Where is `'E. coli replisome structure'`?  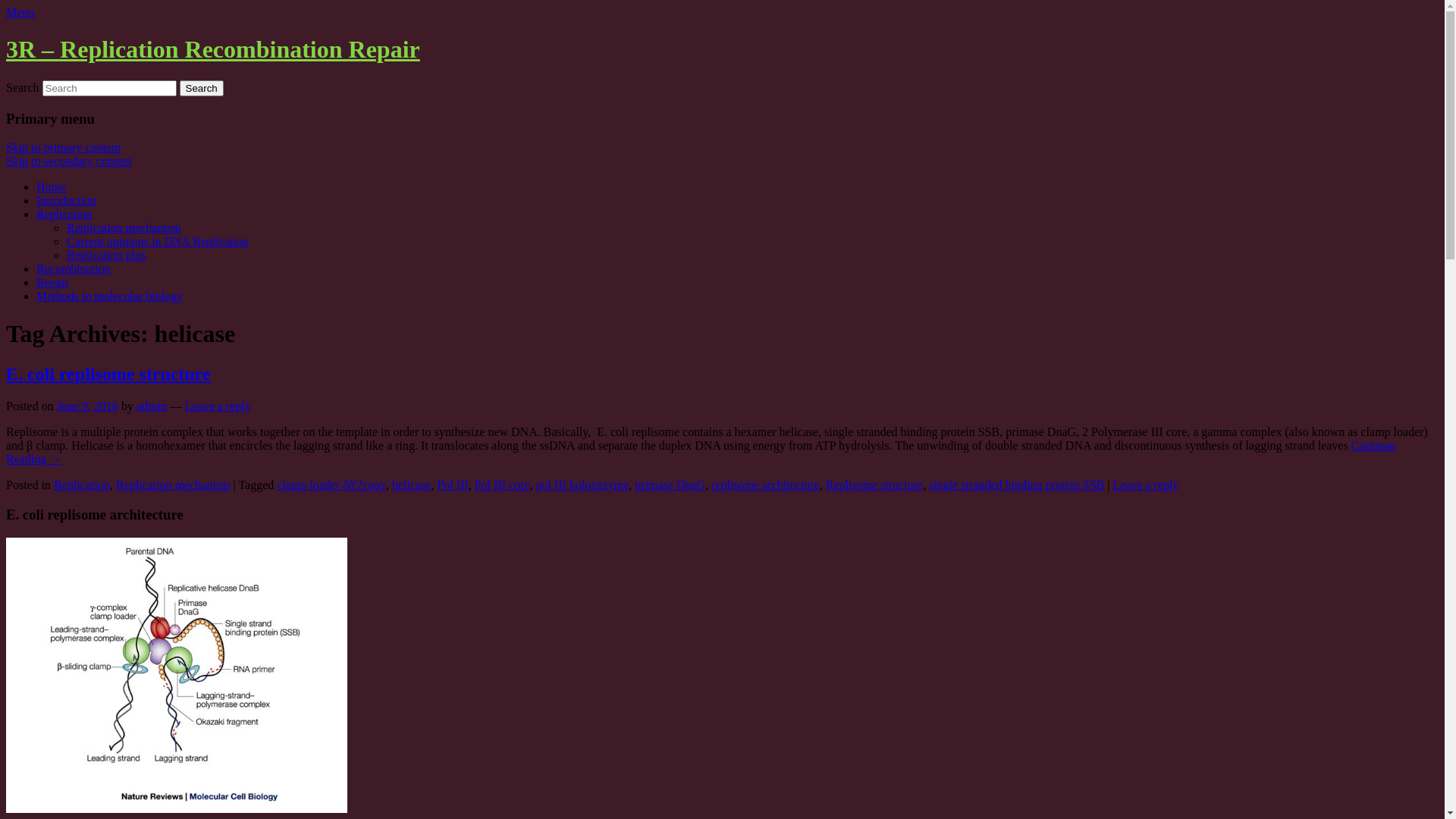
'E. coli replisome structure' is located at coordinates (6, 374).